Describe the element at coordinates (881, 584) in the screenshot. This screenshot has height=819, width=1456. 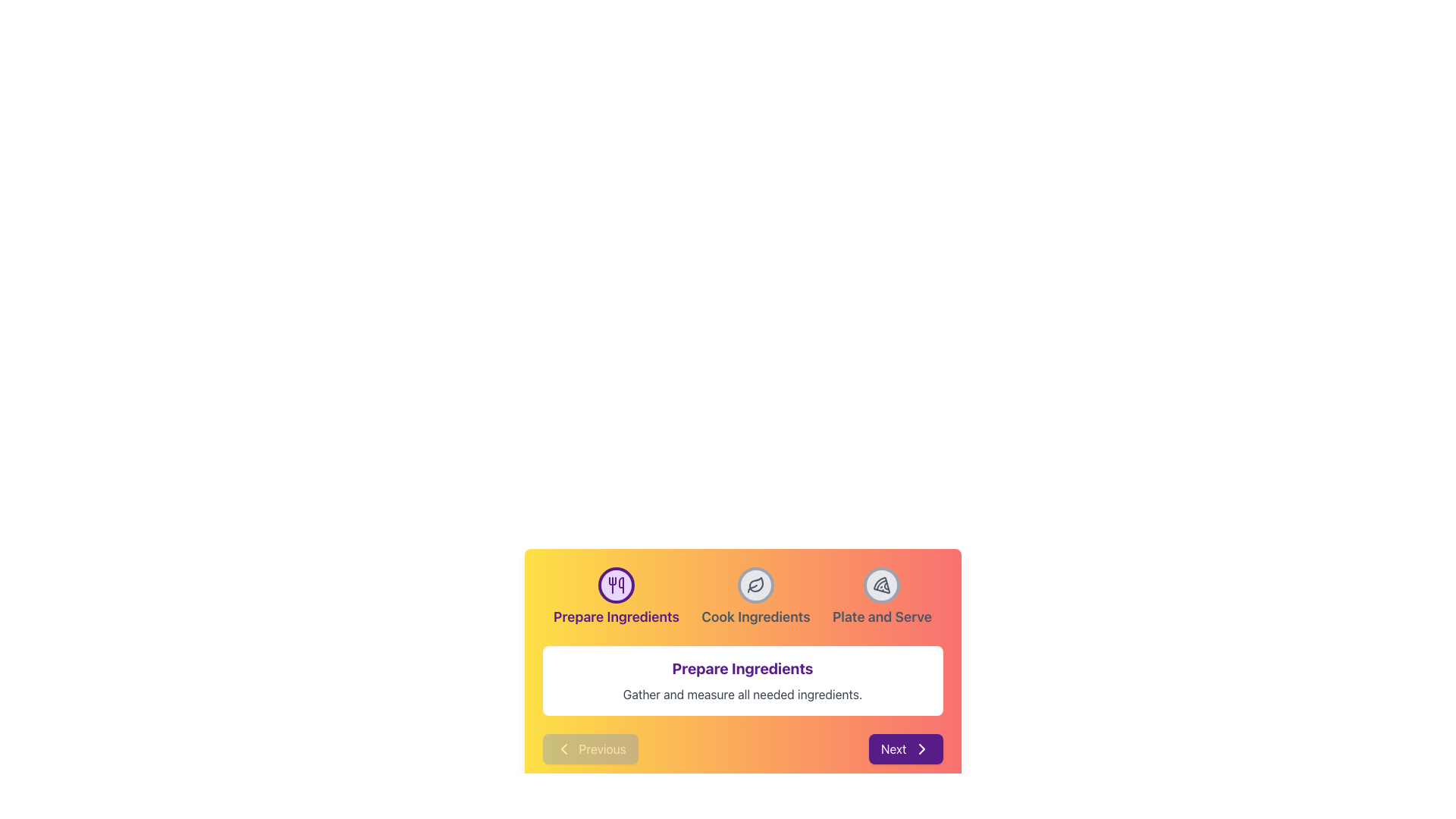
I see `the third icon from the left in the horizontal group related to serving or finalizing preparations, located at the upper segment of a colorful card` at that location.